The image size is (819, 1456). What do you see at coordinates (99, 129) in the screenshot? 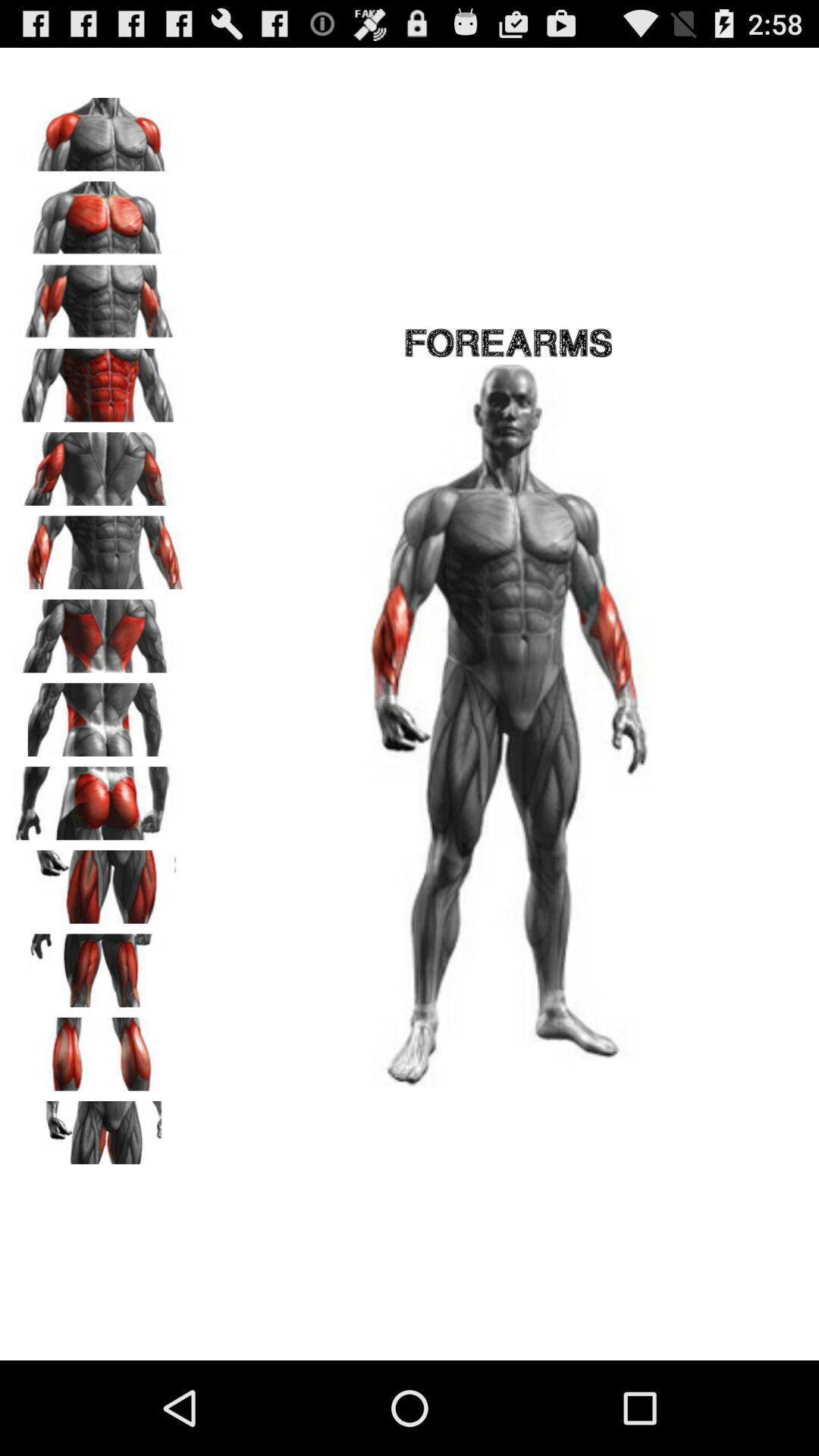
I see `shoulder muscles` at bounding box center [99, 129].